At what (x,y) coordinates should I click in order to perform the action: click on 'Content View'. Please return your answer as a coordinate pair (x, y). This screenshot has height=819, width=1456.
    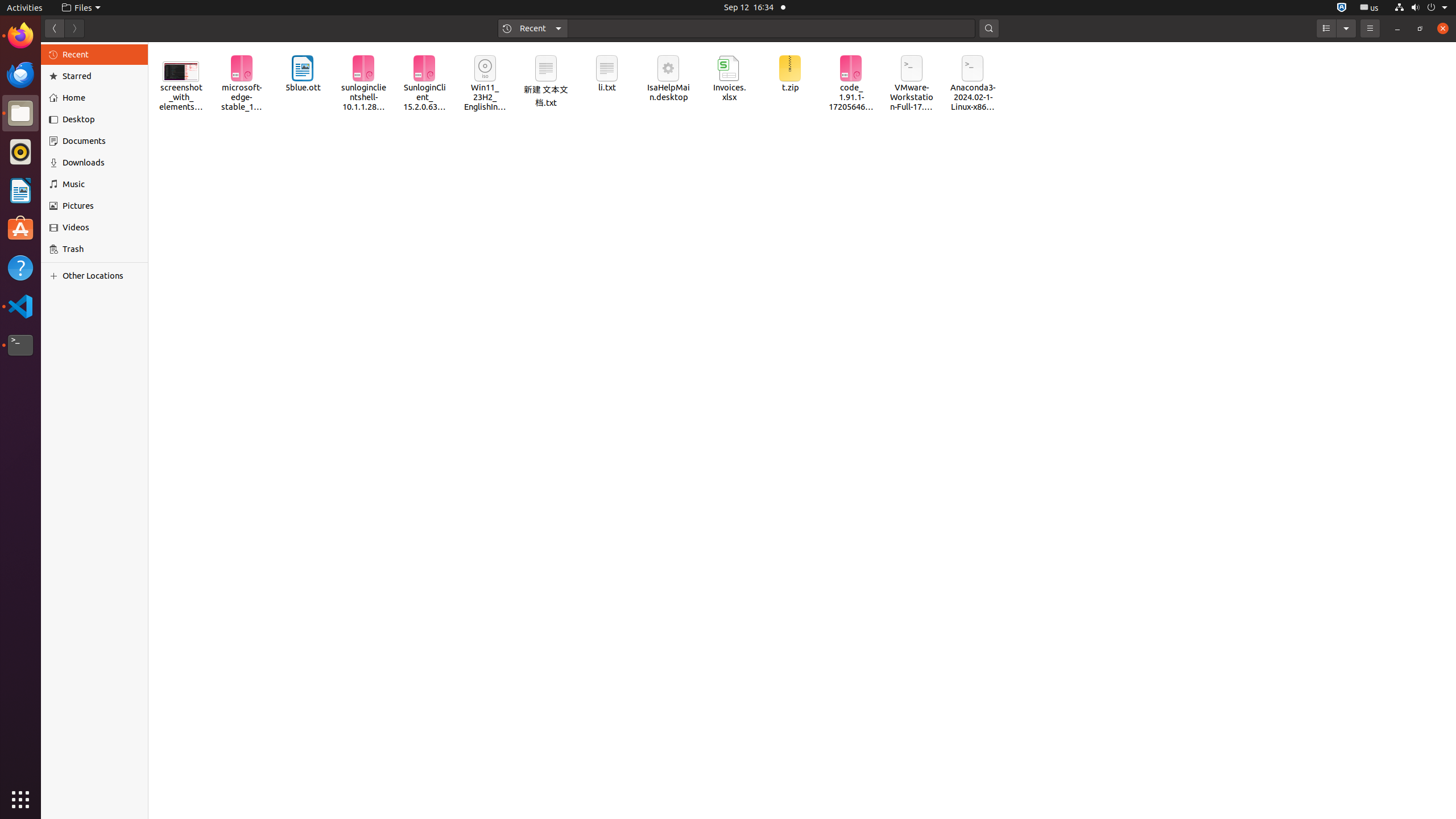
    Looking at the image, I should click on (802, 431).